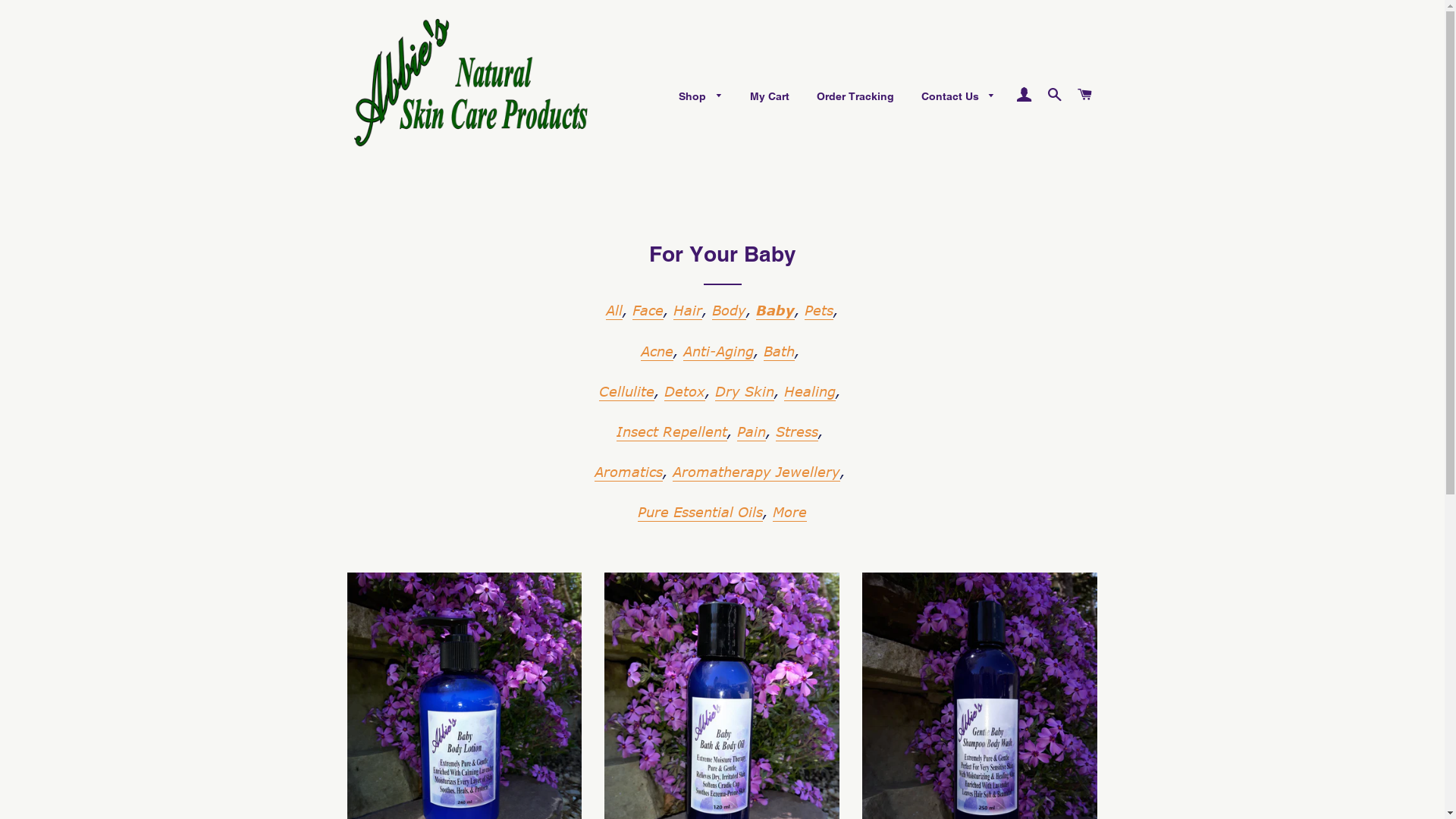 Image resolution: width=1456 pixels, height=819 pixels. I want to click on 'Pure Essential Oils', so click(699, 512).